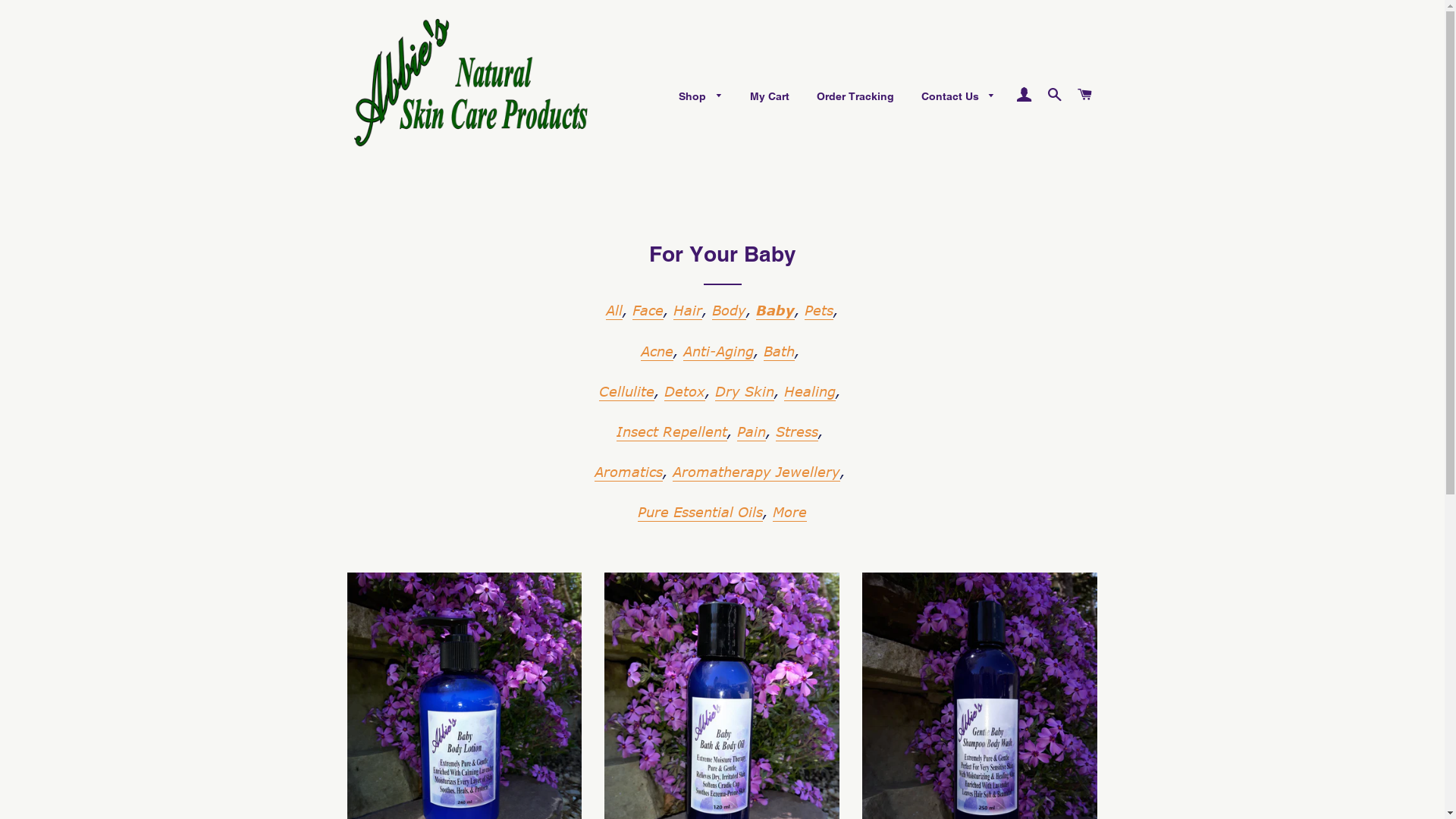 Image resolution: width=1456 pixels, height=819 pixels. I want to click on 'Pure Essential Oils', so click(699, 512).